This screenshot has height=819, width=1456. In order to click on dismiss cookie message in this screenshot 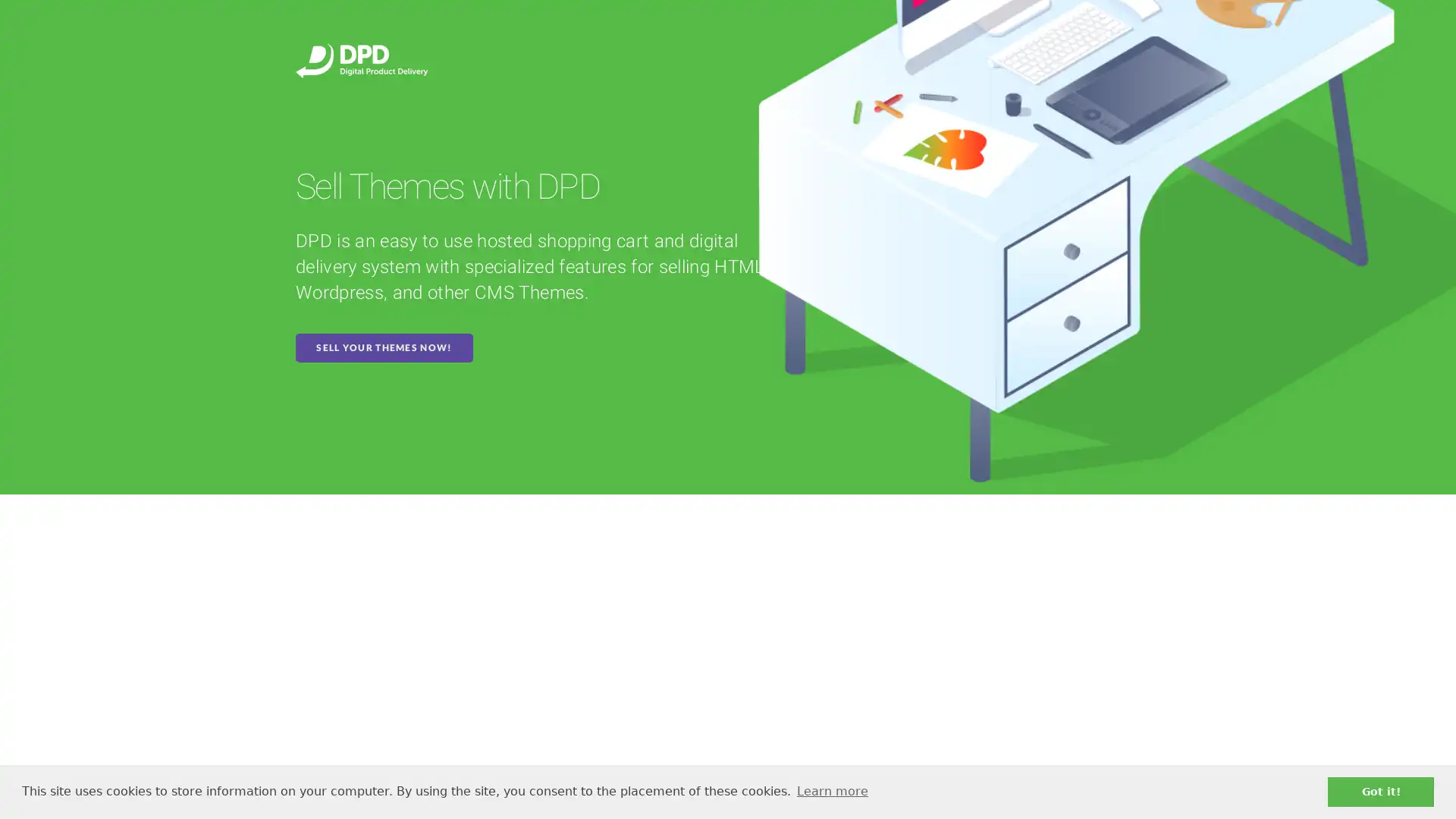, I will do `click(1380, 791)`.